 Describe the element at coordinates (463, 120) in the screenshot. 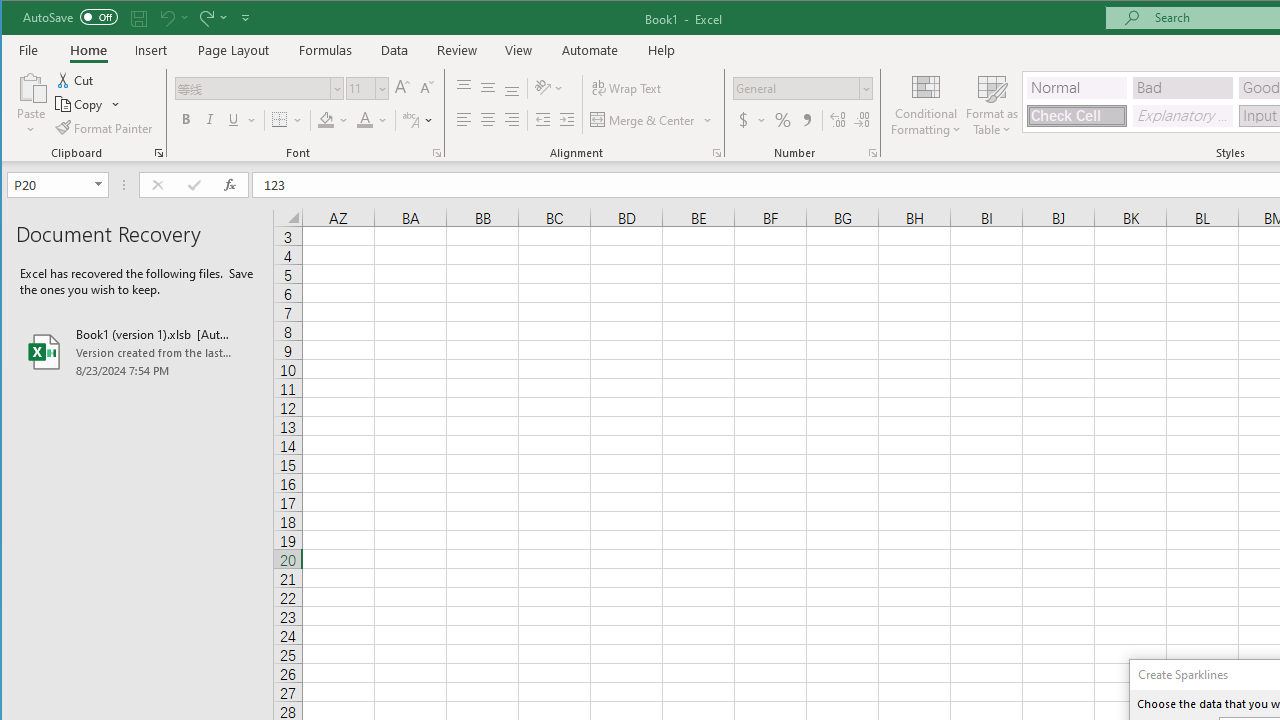

I see `'Align Left'` at that location.